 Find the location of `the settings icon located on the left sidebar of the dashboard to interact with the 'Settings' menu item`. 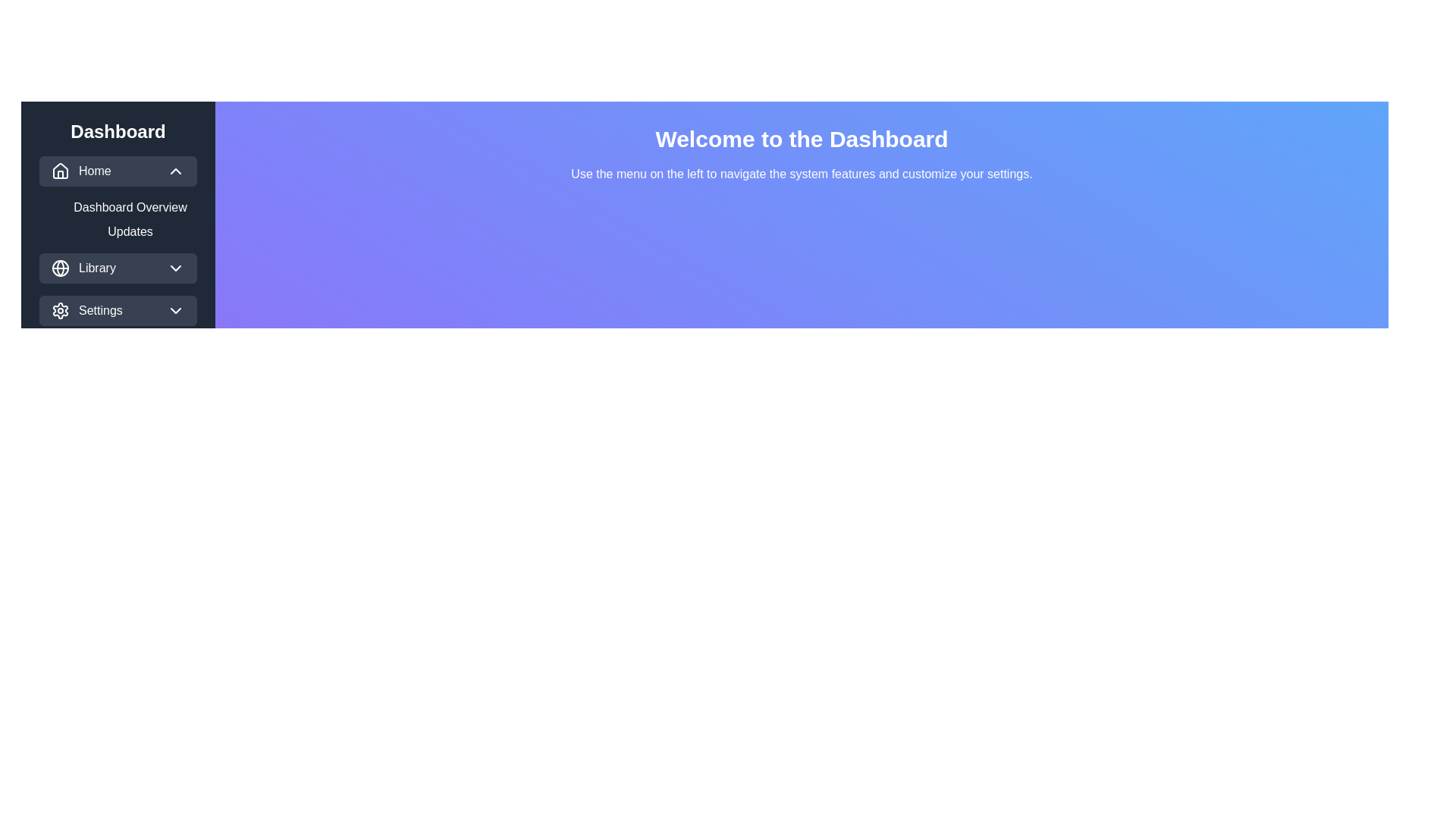

the settings icon located on the left sidebar of the dashboard to interact with the 'Settings' menu item is located at coordinates (61, 309).